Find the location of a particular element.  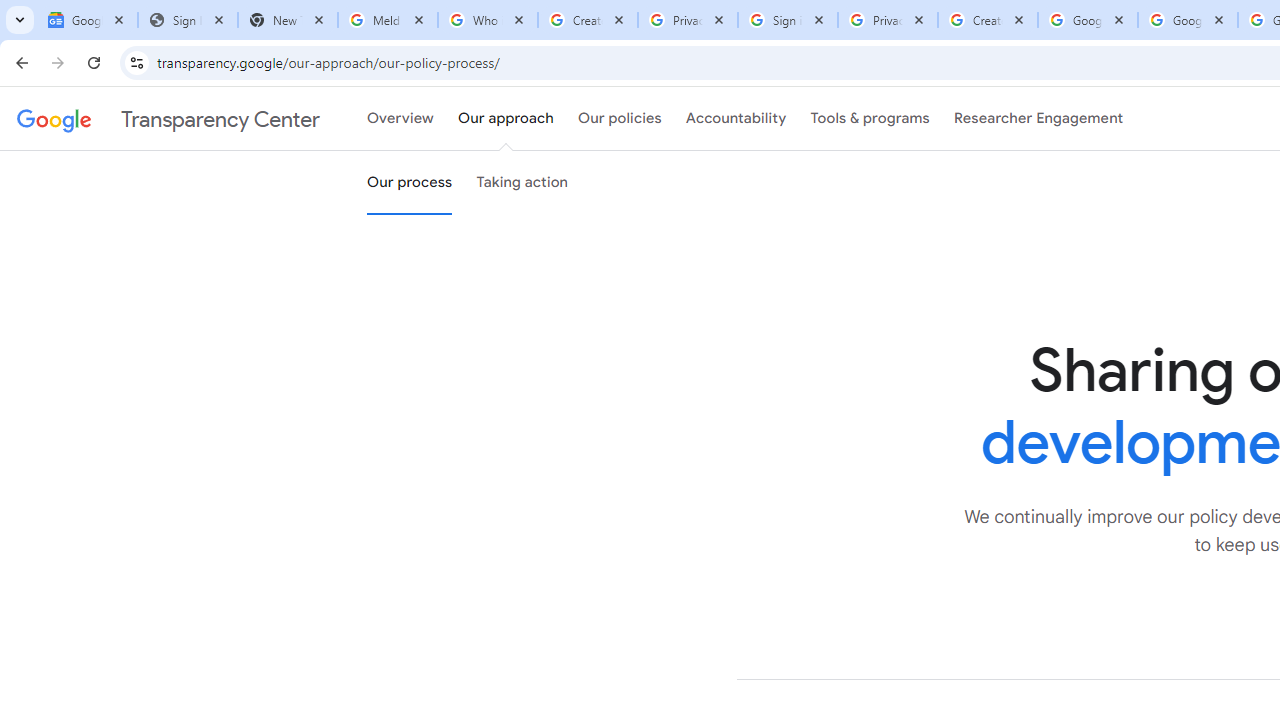

'Accountability' is located at coordinates (735, 119).